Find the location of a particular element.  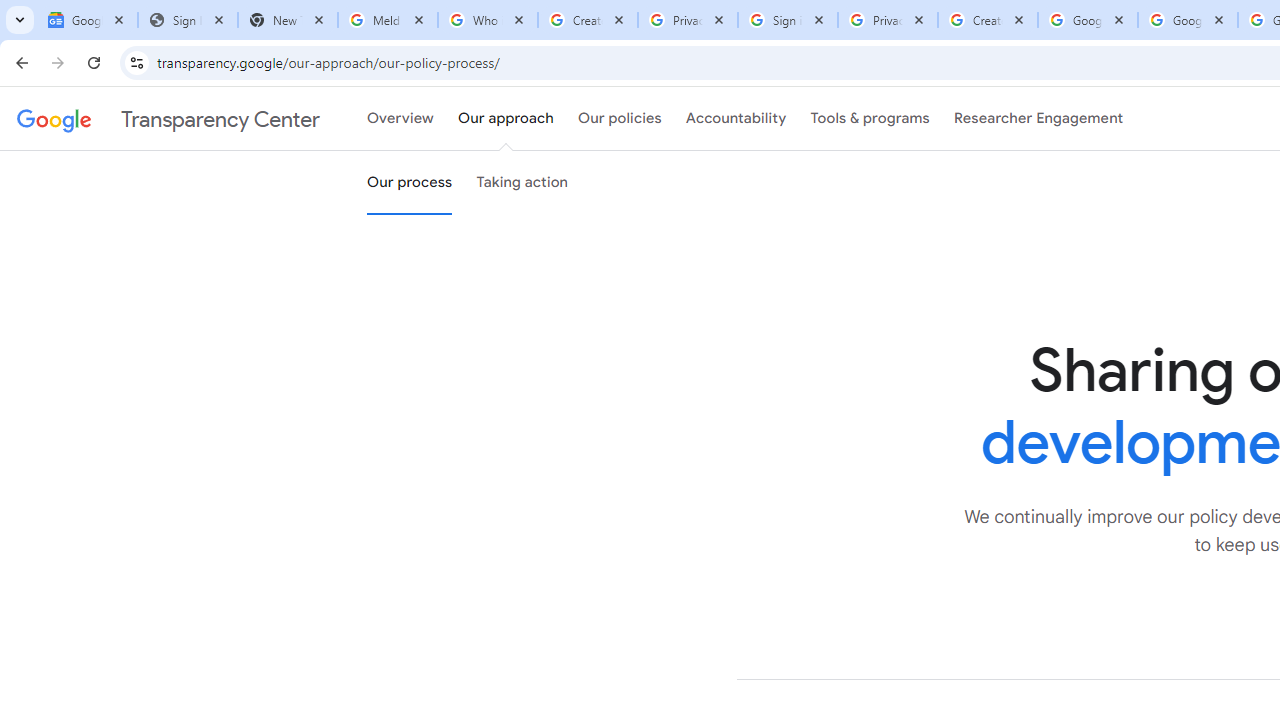

'Accountability' is located at coordinates (735, 119).